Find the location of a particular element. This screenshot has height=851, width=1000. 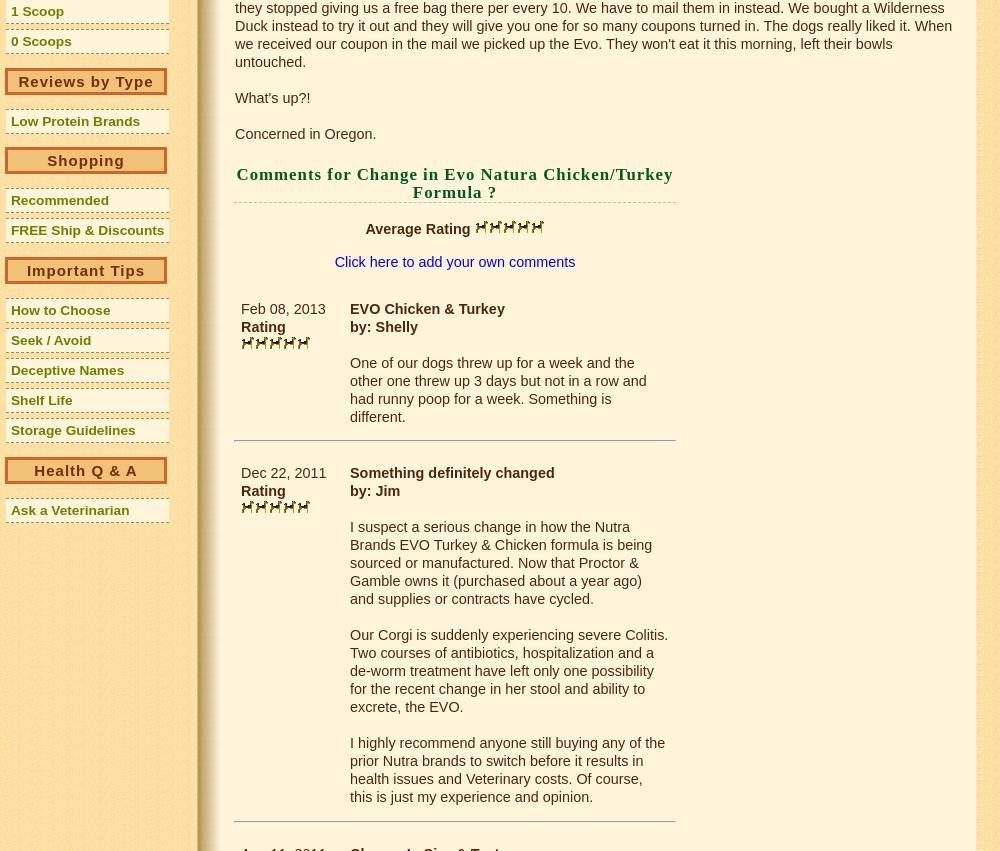

'Recommended' is located at coordinates (60, 200).